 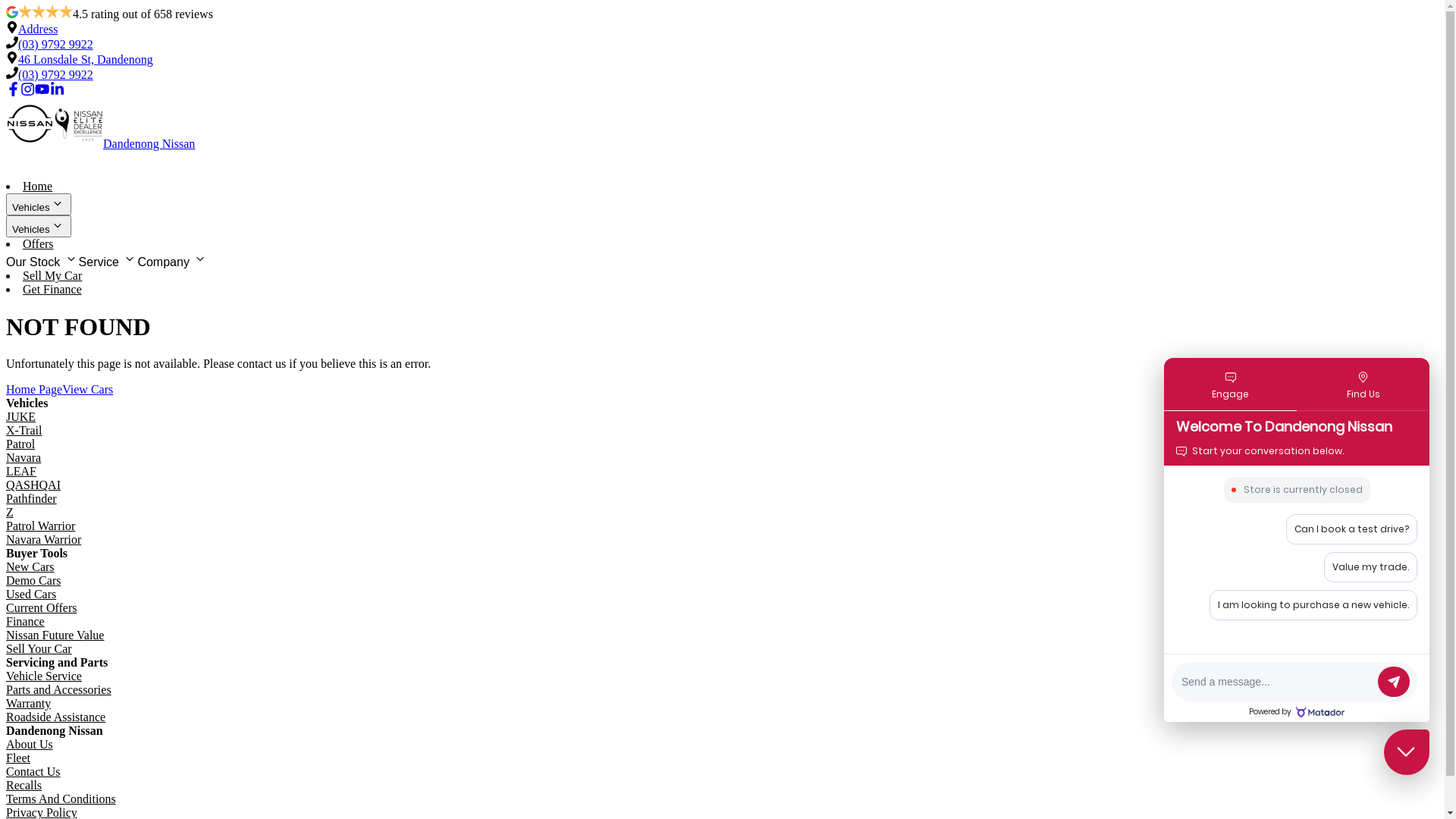 I want to click on 'Home Page', so click(x=33, y=388).